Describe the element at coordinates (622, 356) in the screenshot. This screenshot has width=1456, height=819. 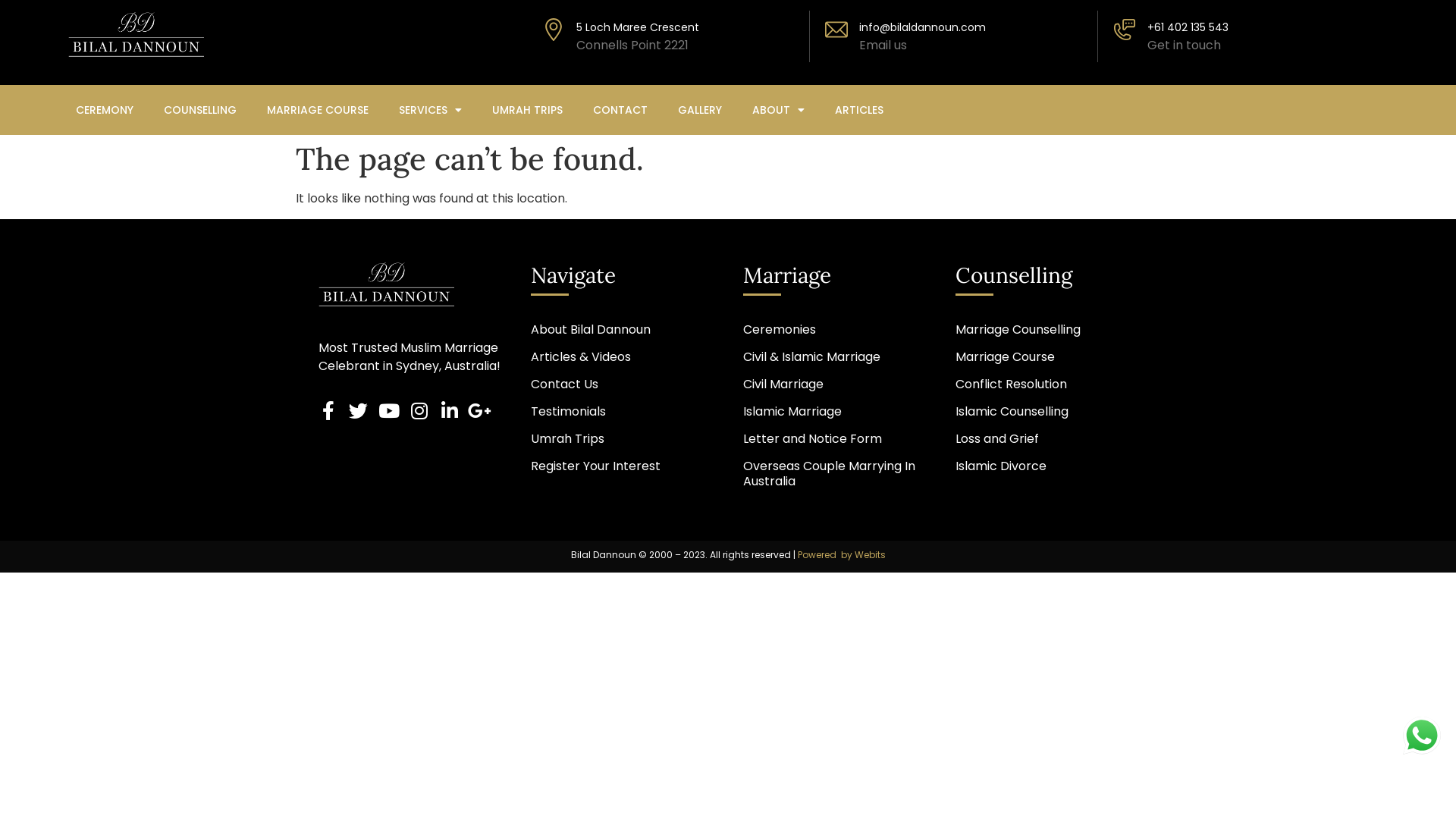
I see `'Articles & Videos'` at that location.